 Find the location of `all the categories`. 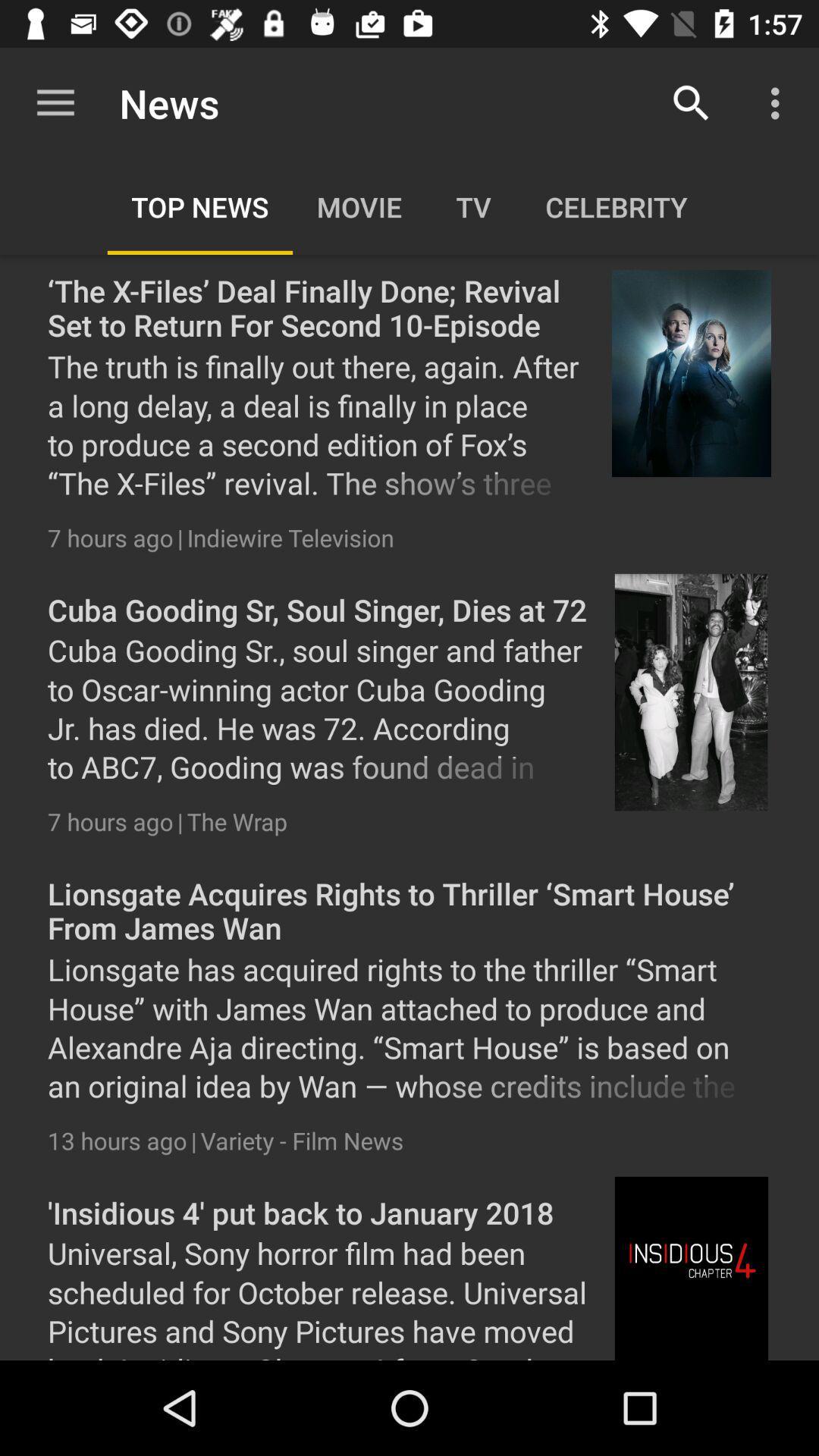

all the categories is located at coordinates (409, 206).